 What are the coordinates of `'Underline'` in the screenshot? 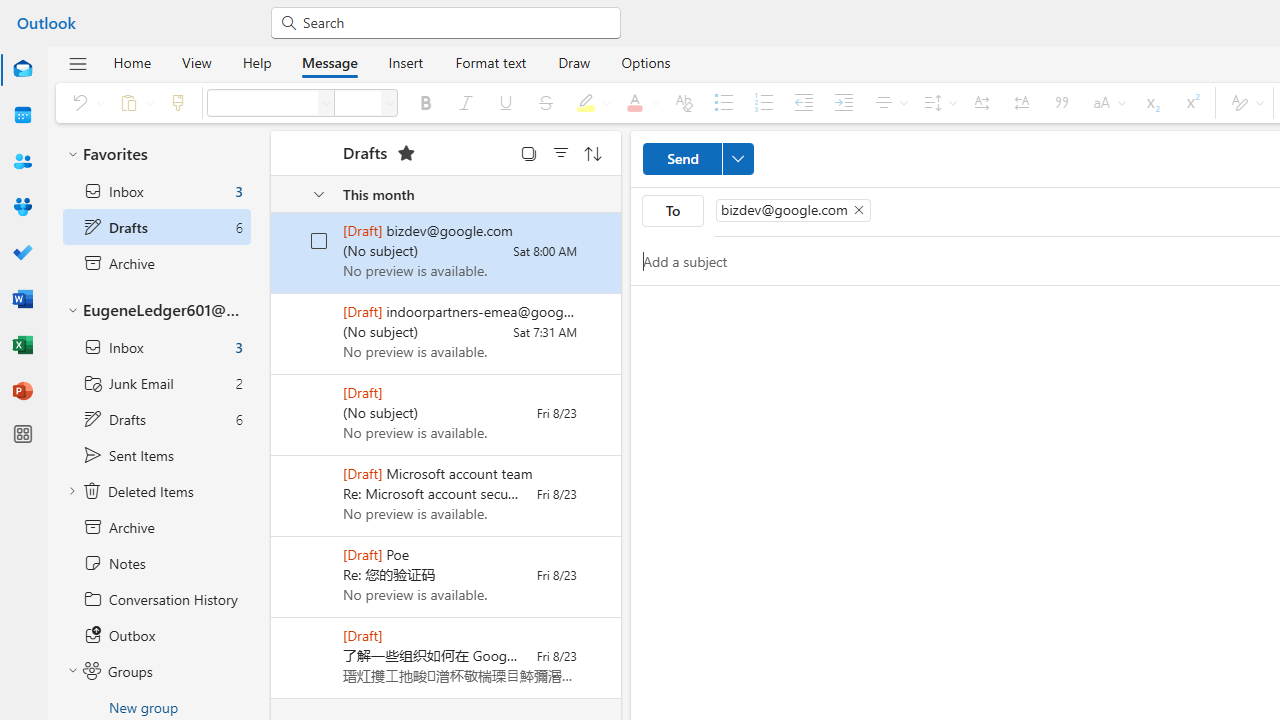 It's located at (506, 102).